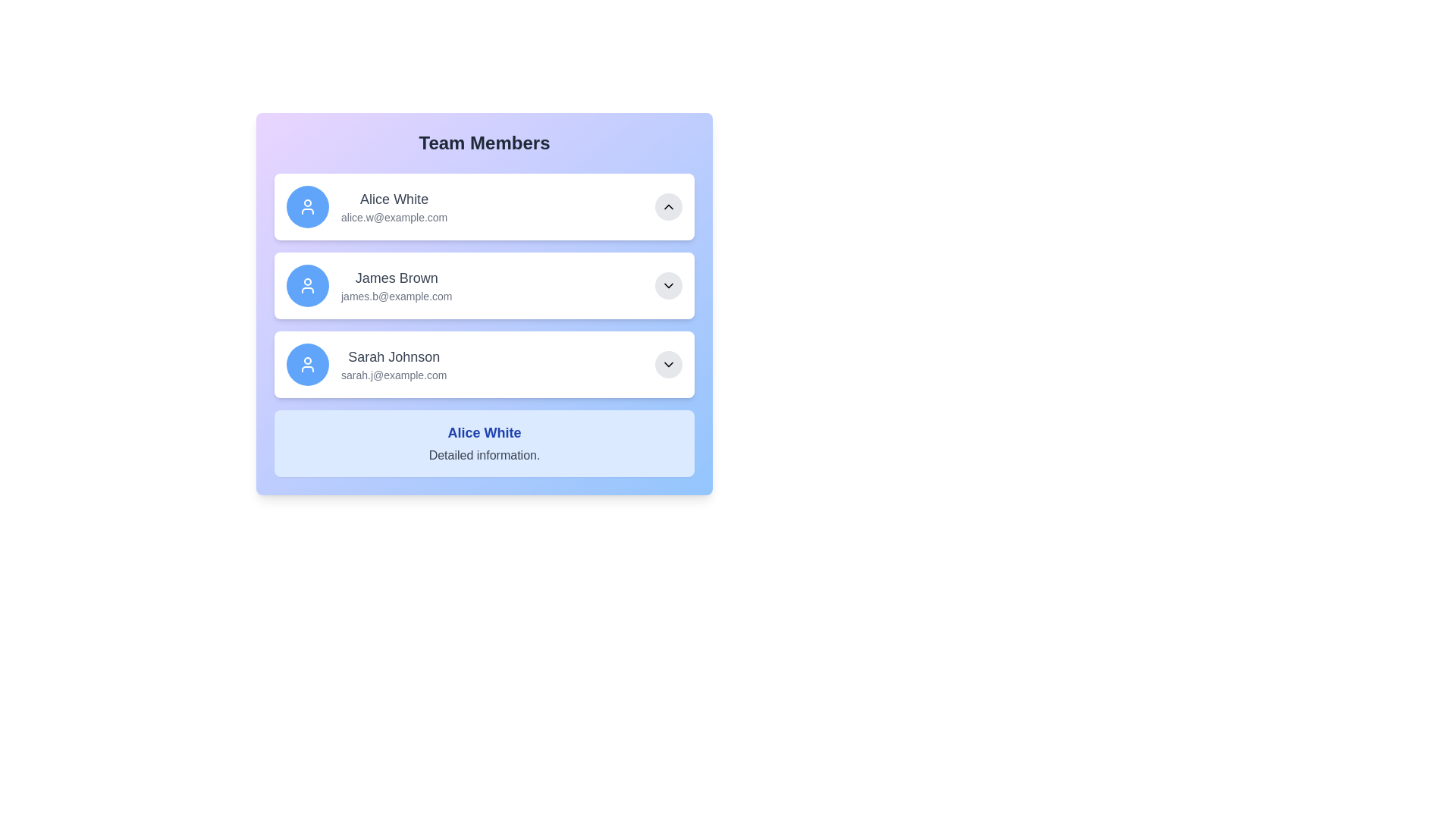  I want to click on the internal components of the display area for the list of team members, which is centrally positioned in the main content area, so click(483, 304).